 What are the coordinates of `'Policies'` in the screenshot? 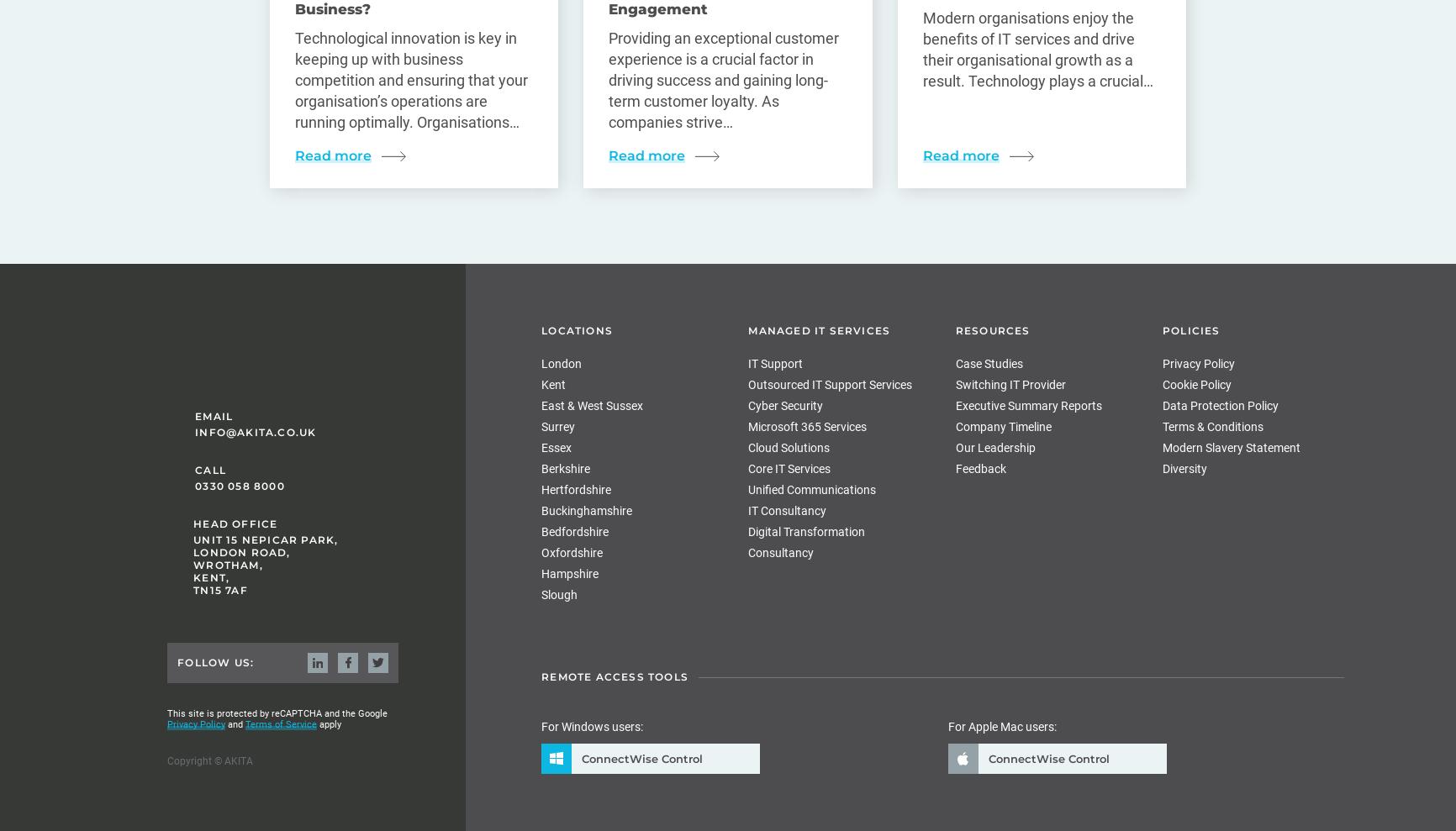 It's located at (1190, 330).